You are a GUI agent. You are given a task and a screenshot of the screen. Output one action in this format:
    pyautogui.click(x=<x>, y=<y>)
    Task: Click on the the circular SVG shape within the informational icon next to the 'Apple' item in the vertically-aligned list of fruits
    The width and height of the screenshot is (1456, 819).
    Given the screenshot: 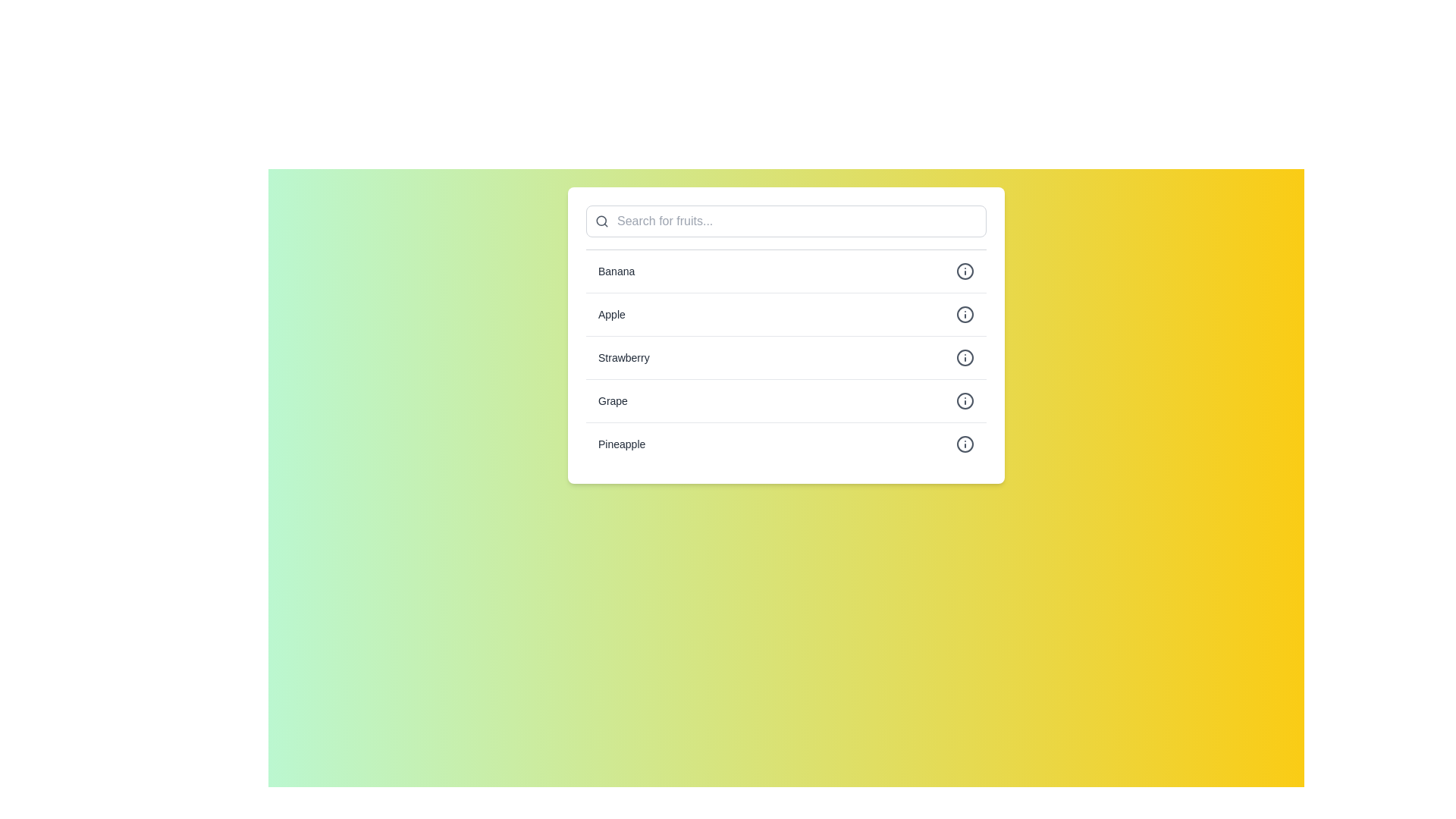 What is the action you would take?
    pyautogui.click(x=964, y=314)
    